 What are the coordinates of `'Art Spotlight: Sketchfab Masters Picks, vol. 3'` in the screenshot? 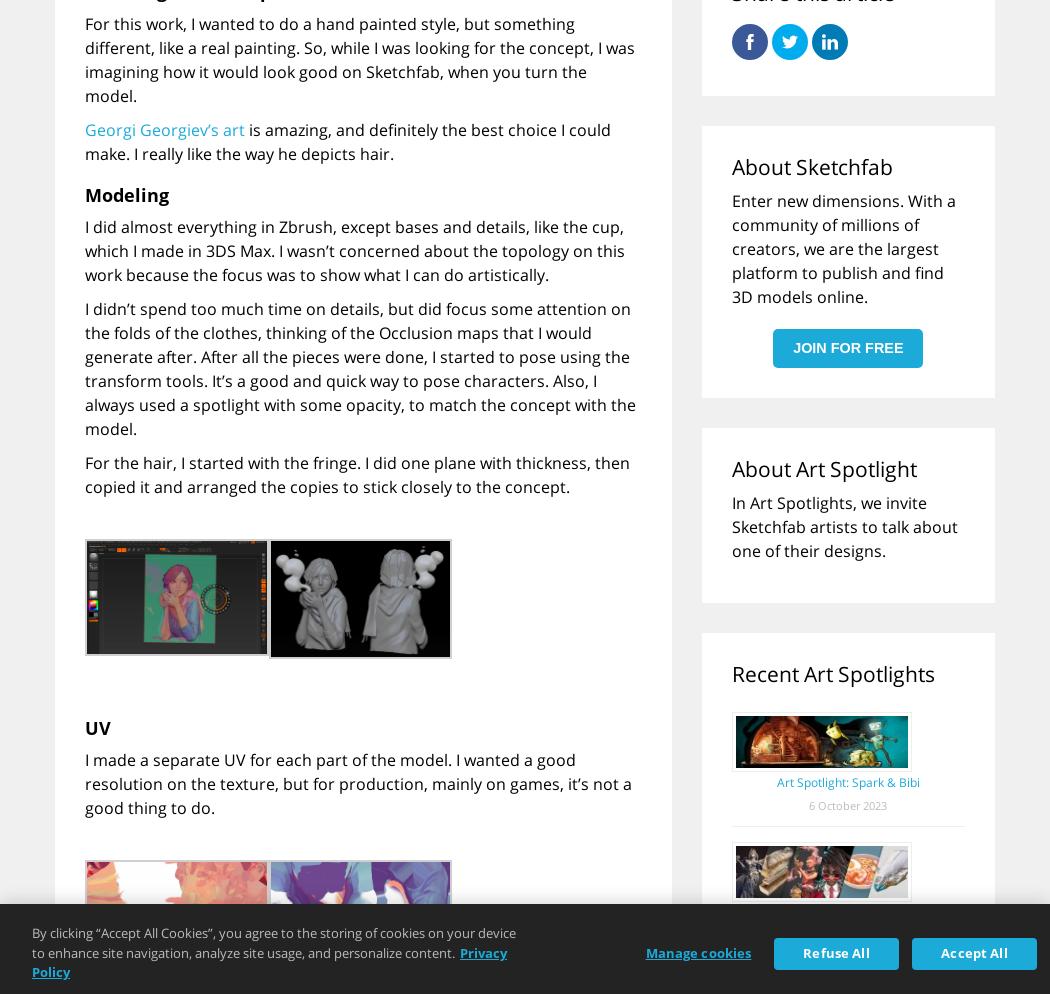 It's located at (847, 920).